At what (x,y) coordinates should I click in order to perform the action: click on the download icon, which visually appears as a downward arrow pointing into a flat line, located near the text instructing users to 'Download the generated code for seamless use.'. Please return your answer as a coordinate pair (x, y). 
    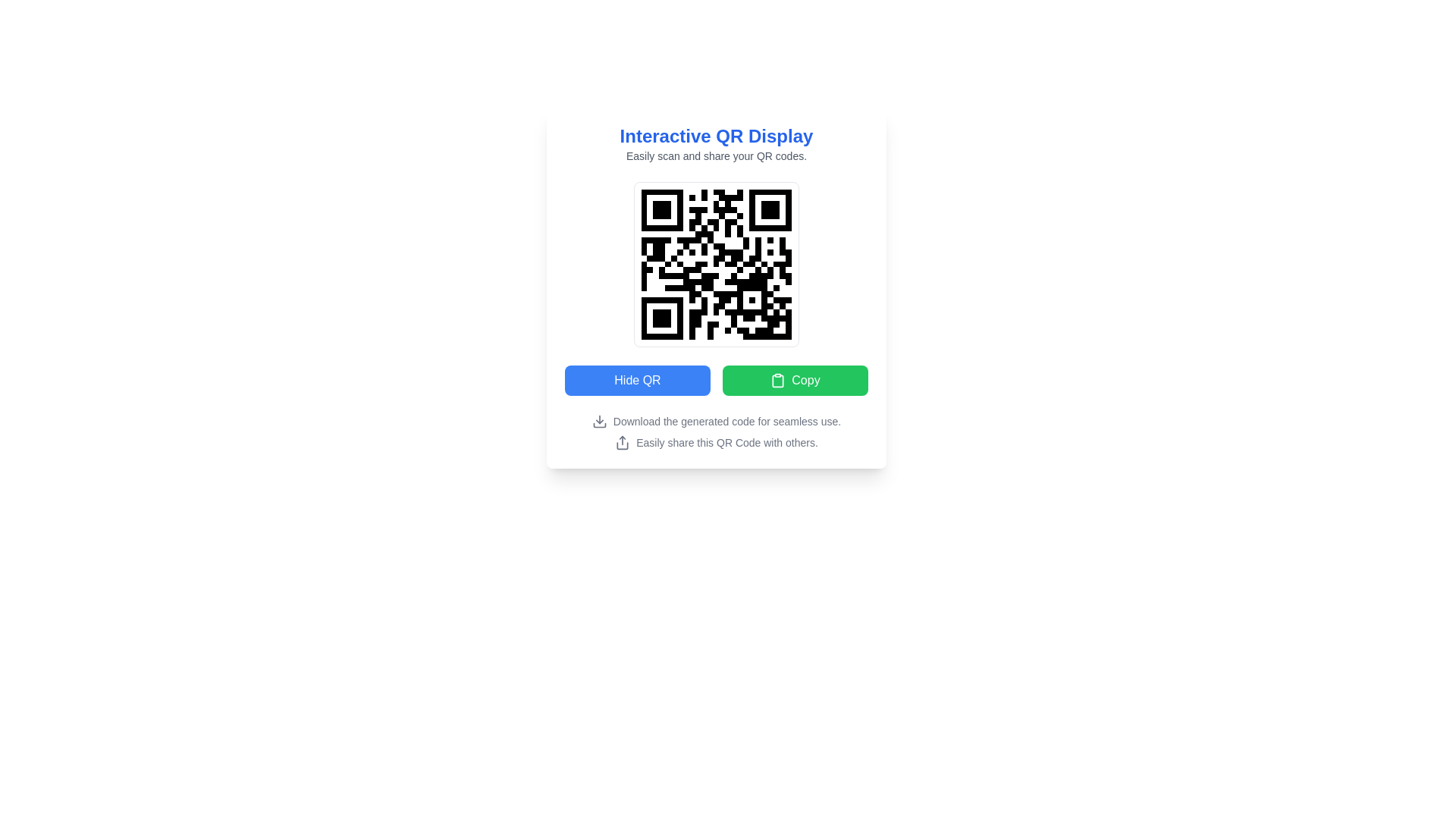
    Looking at the image, I should click on (598, 421).